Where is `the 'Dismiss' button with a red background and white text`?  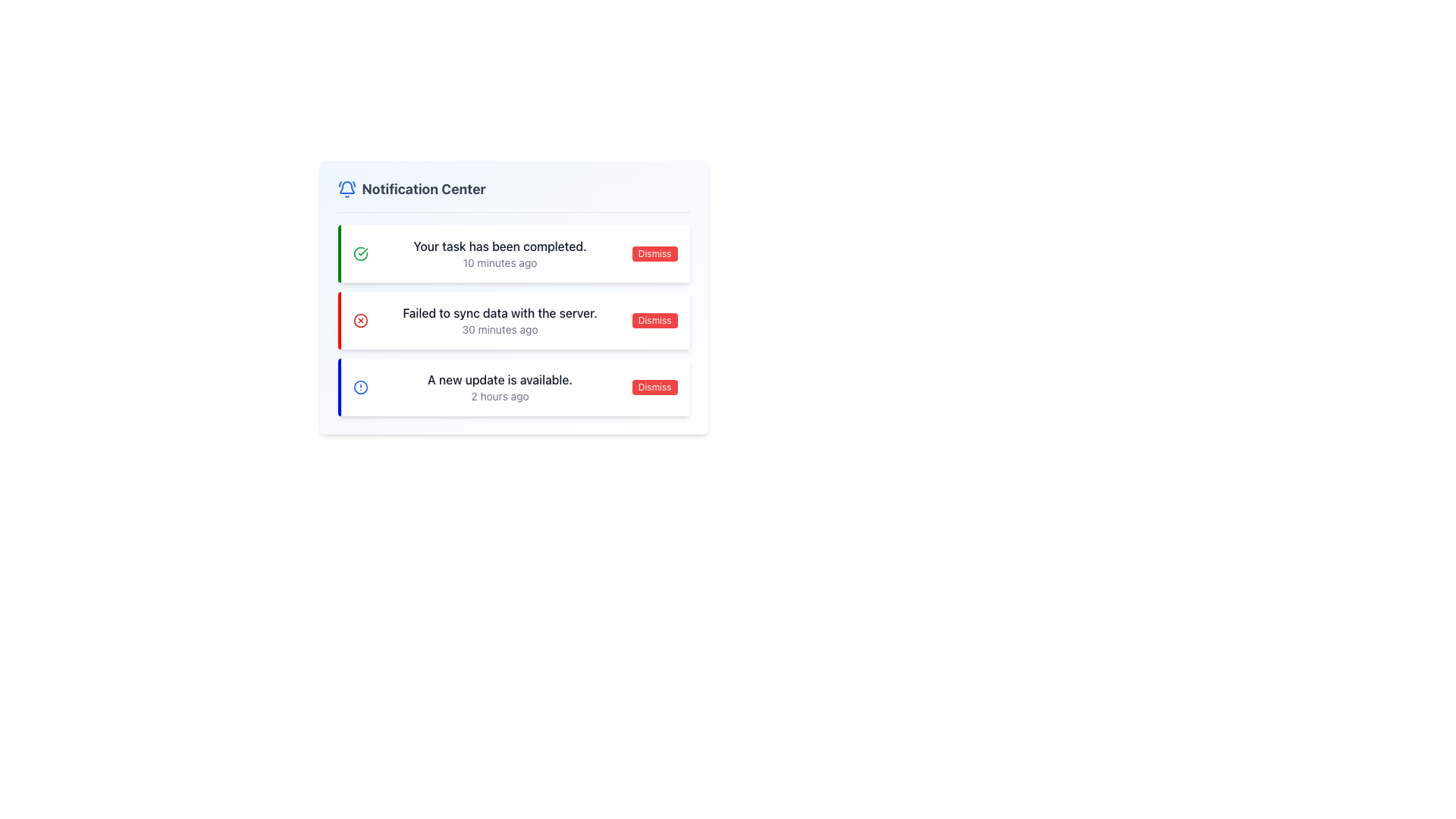 the 'Dismiss' button with a red background and white text is located at coordinates (654, 253).